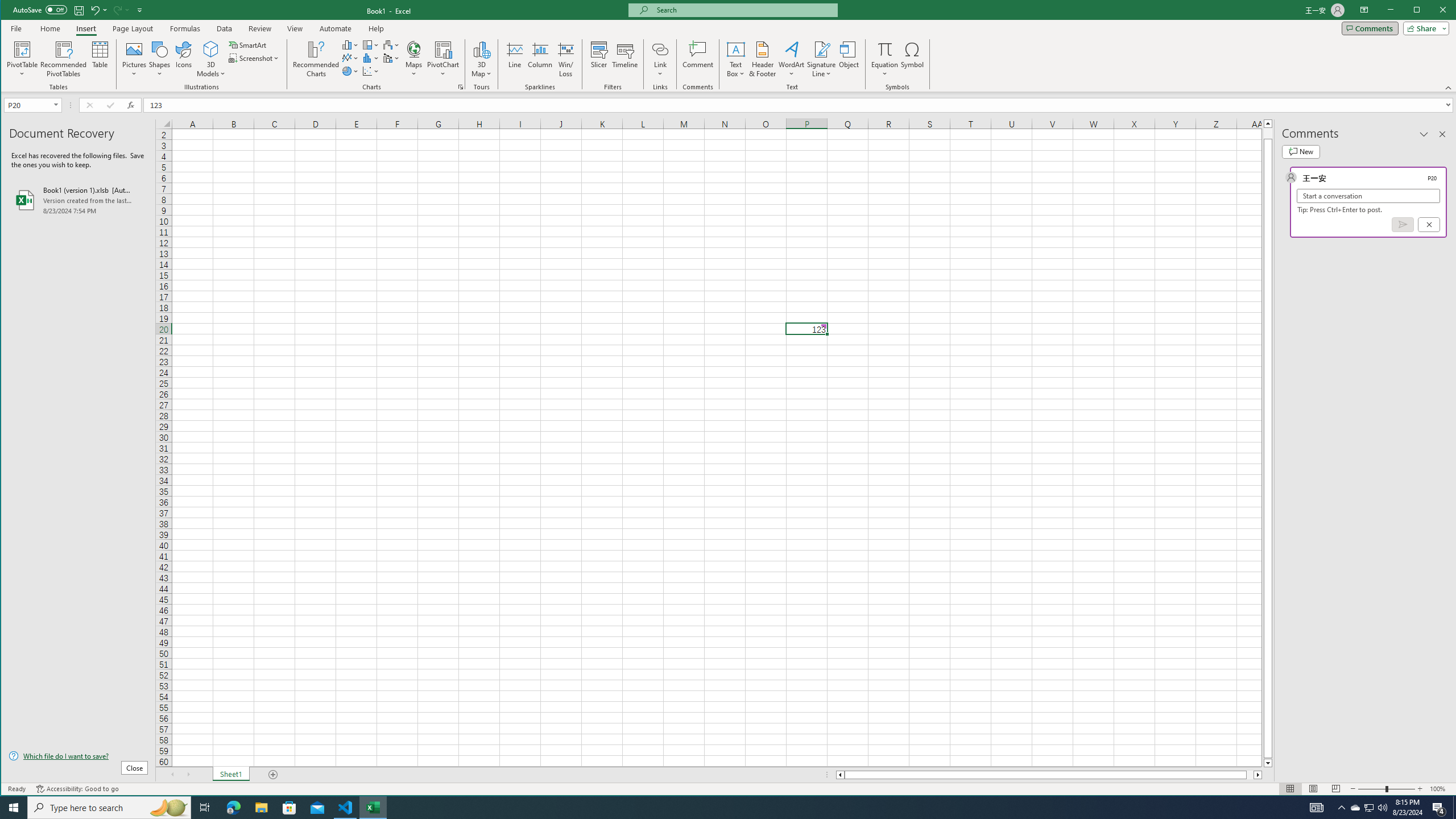 The image size is (1456, 819). What do you see at coordinates (350, 44) in the screenshot?
I see `'Insert Column or Bar Chart'` at bounding box center [350, 44].